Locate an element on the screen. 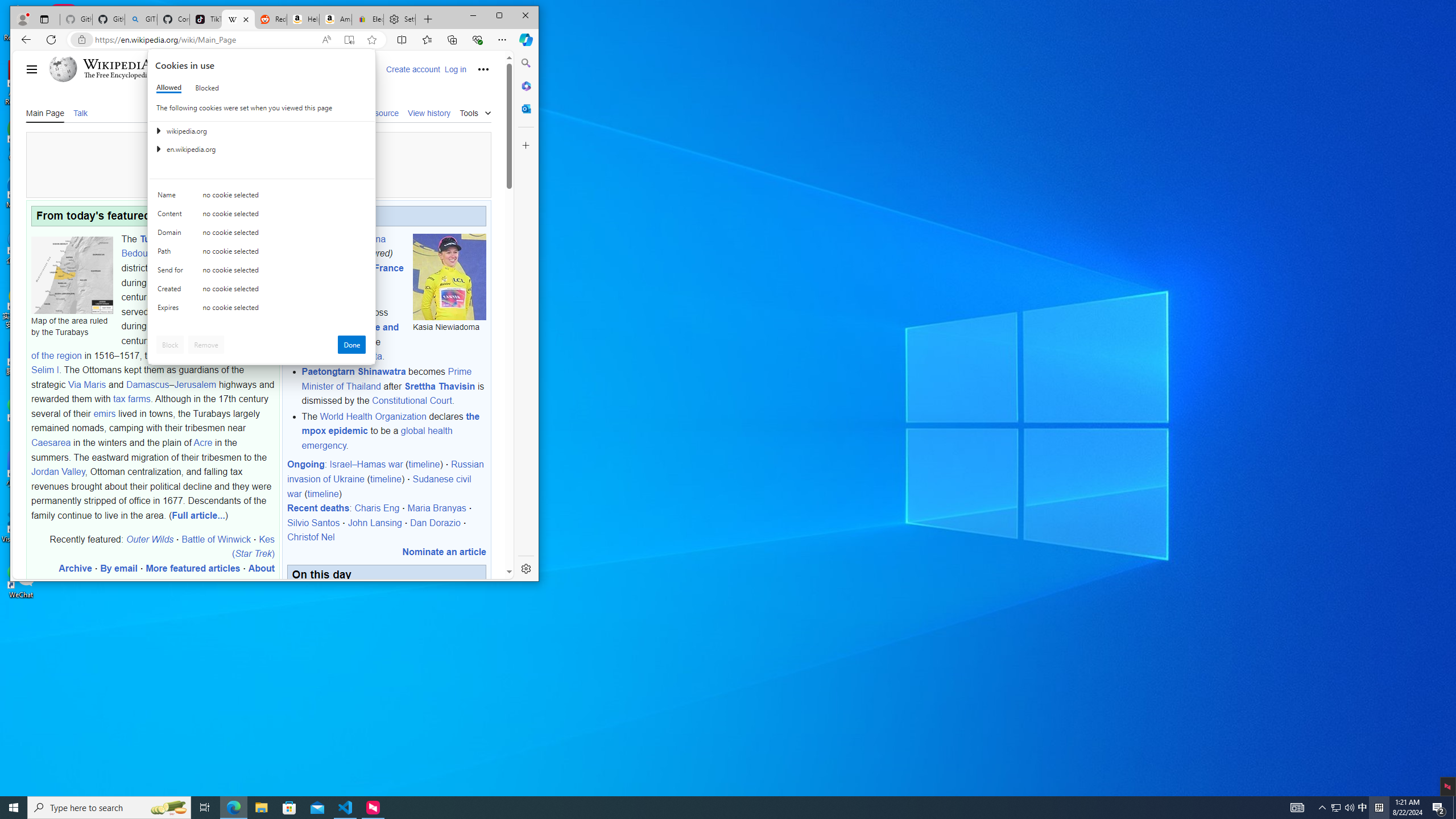  'Tray Input Indicator - Chinese (Simplified, China)' is located at coordinates (1379, 806).